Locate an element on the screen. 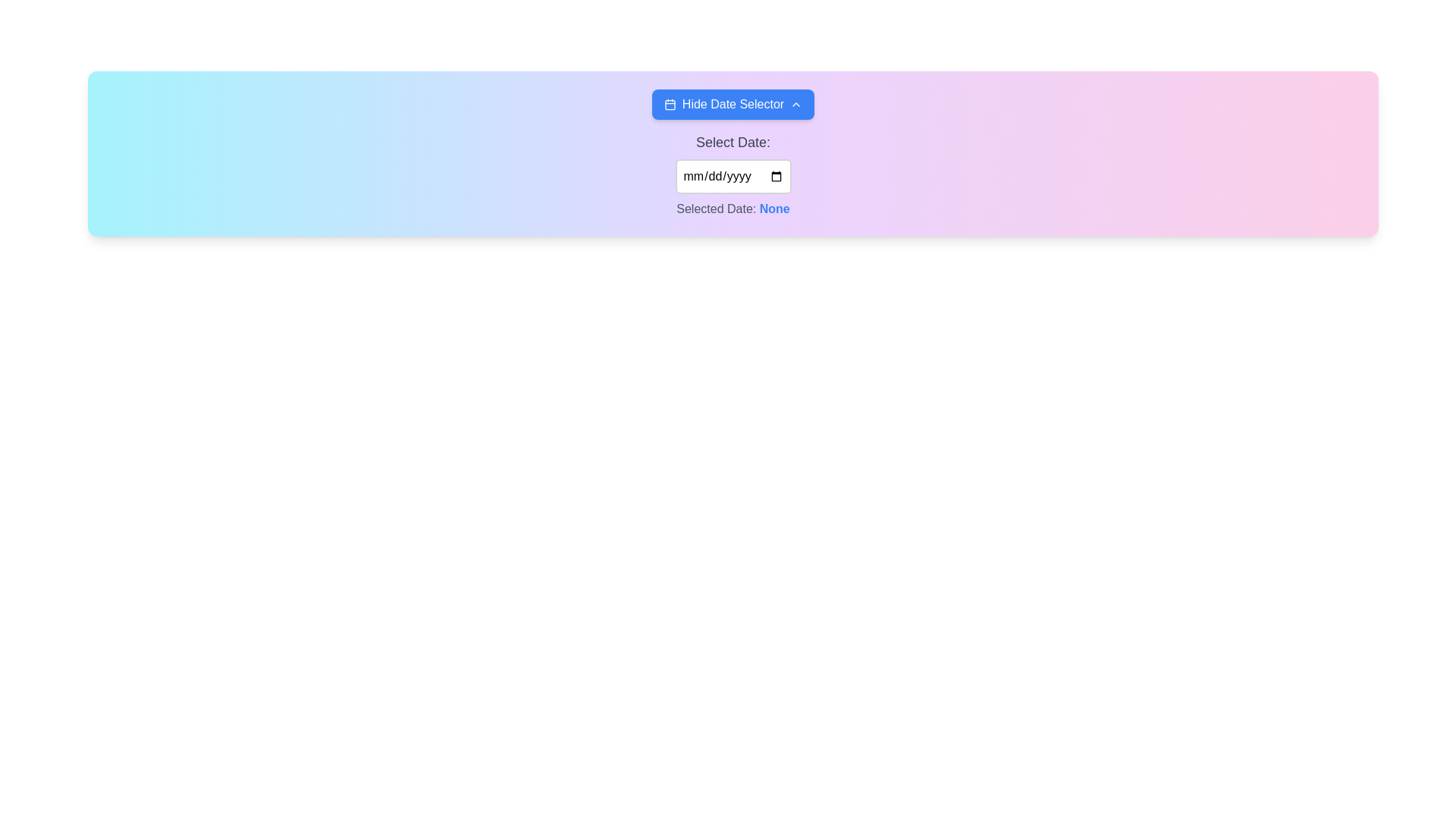 This screenshot has height=819, width=1456. displayed date from the static text label that shows 'Selected Date: None', where 'None' is in blue font is located at coordinates (733, 209).